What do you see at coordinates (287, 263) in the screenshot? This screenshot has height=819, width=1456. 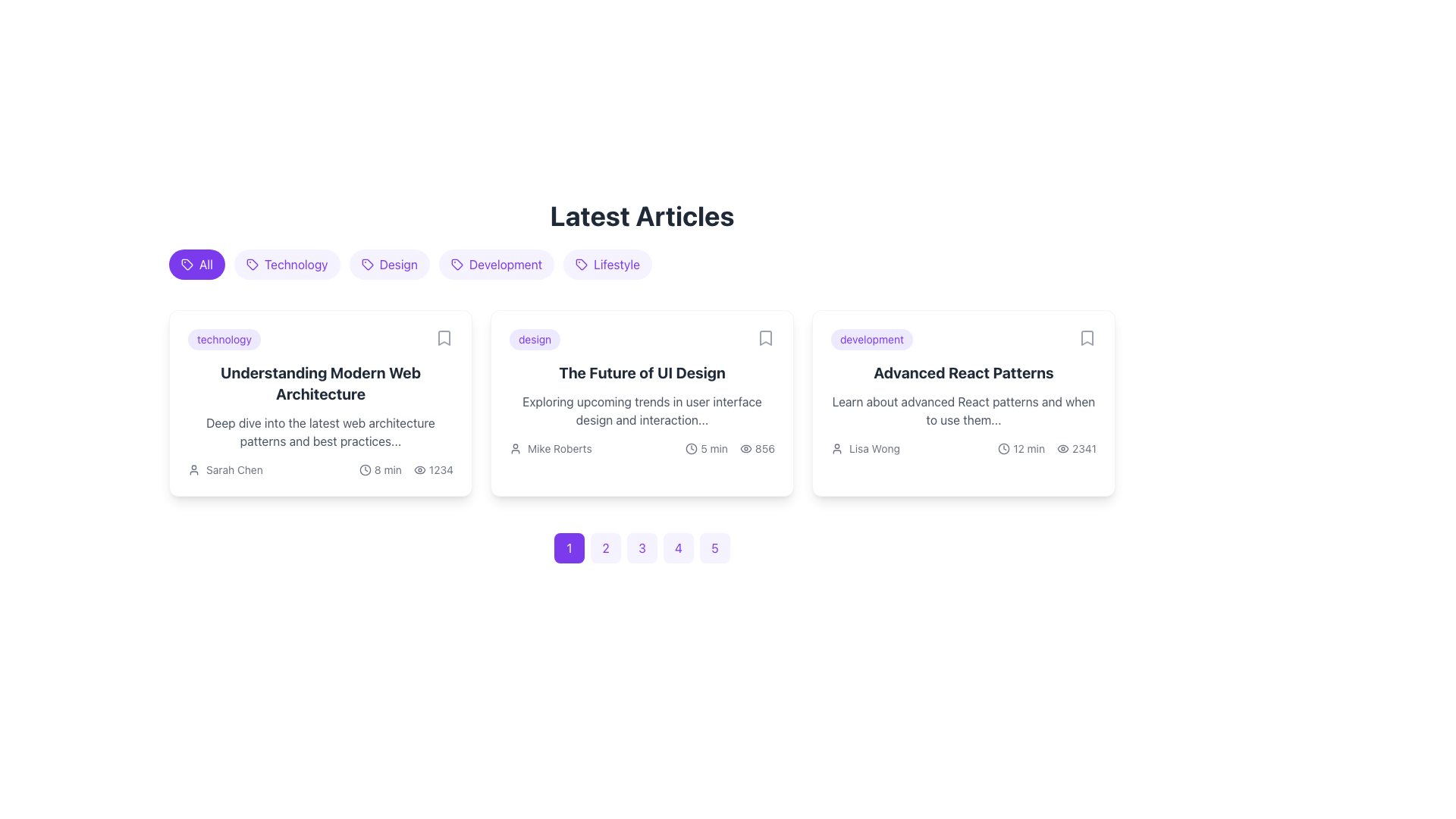 I see `the 'Technology' filter button, which is a purple textual label with rounded edges and a tag icon on its left side, located between the 'All' and 'Design' buttons` at bounding box center [287, 263].